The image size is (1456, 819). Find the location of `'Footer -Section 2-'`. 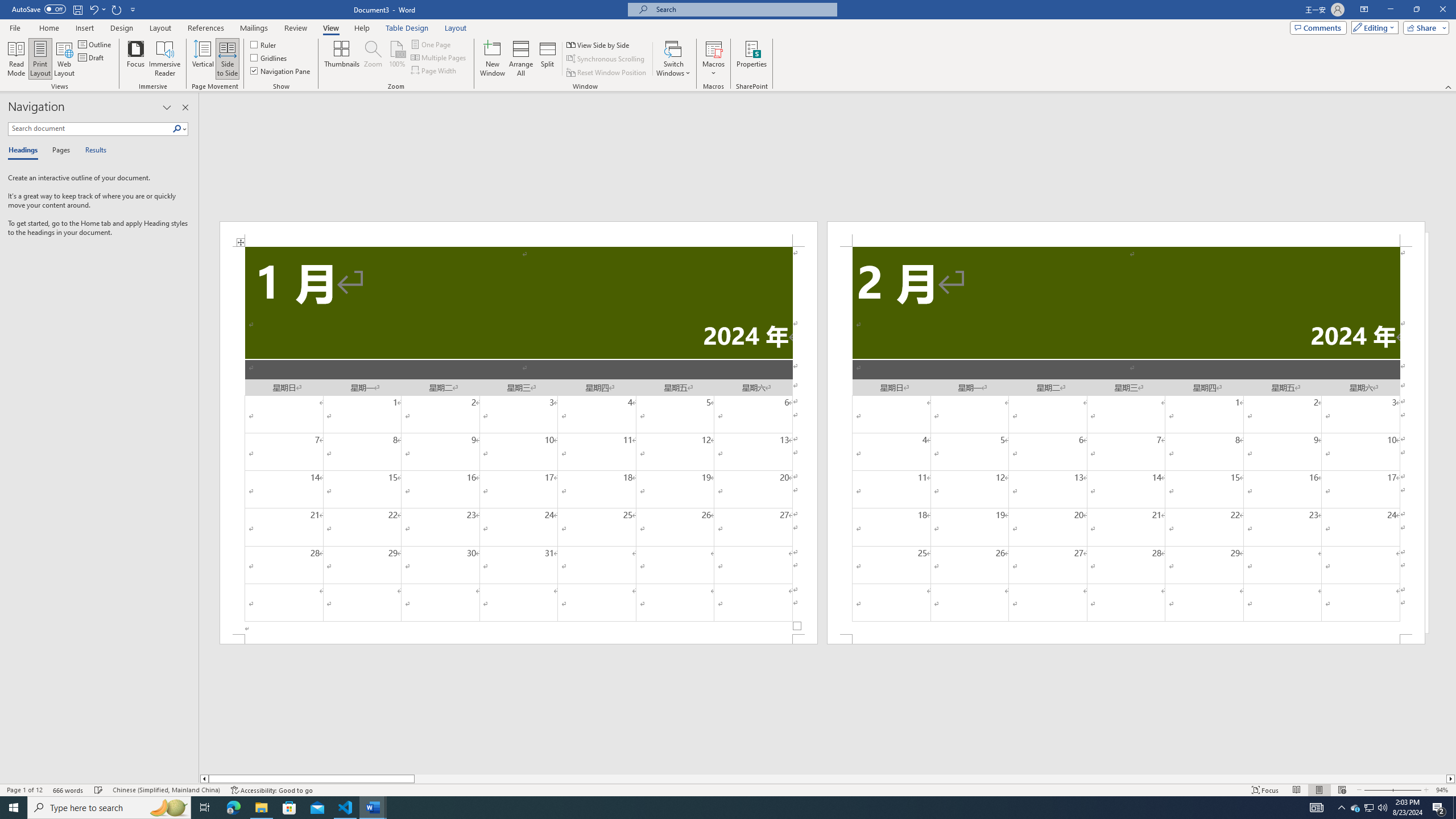

'Footer -Section 2-' is located at coordinates (1126, 638).